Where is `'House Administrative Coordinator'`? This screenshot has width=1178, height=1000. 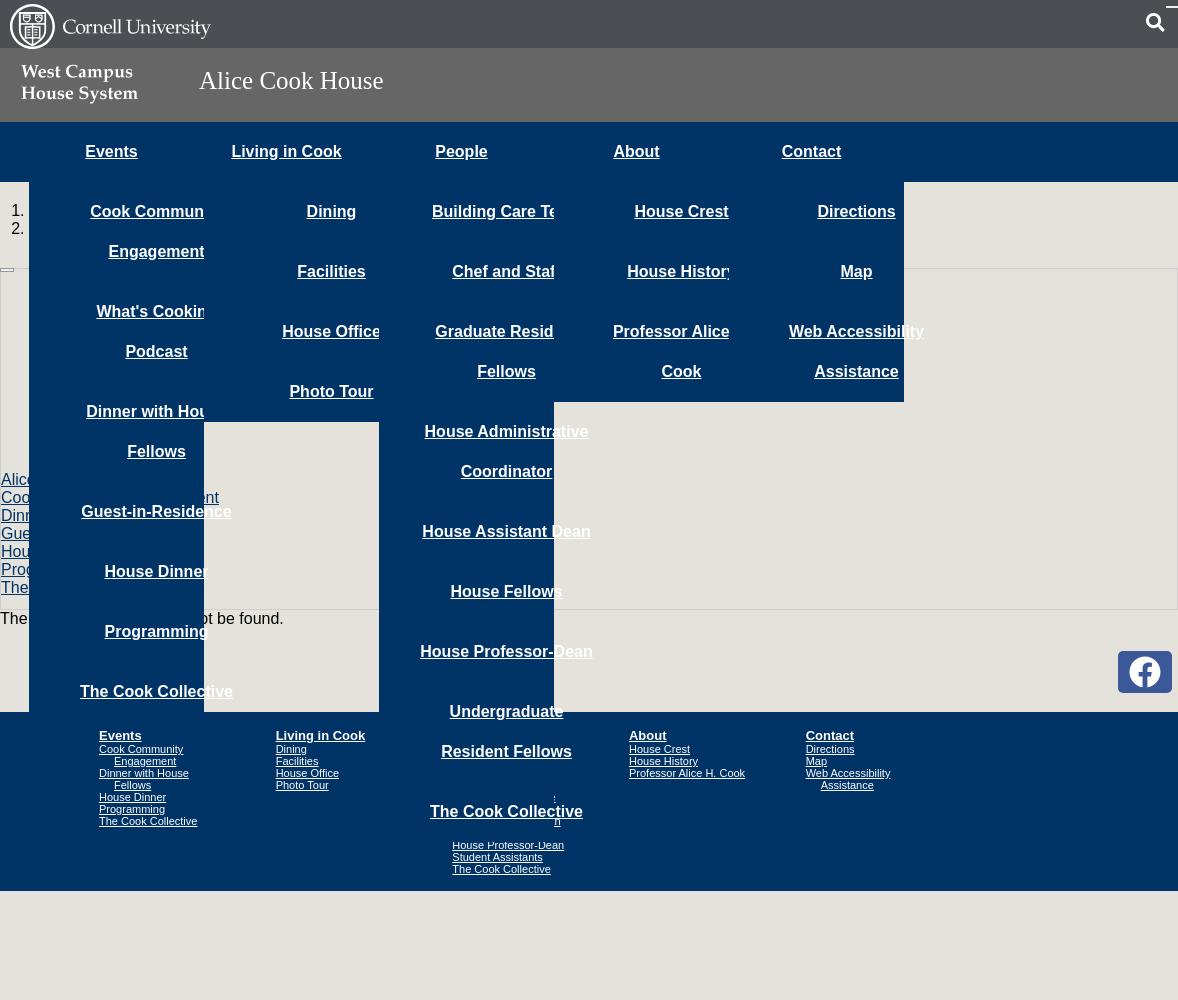 'House Administrative Coordinator' is located at coordinates (505, 450).